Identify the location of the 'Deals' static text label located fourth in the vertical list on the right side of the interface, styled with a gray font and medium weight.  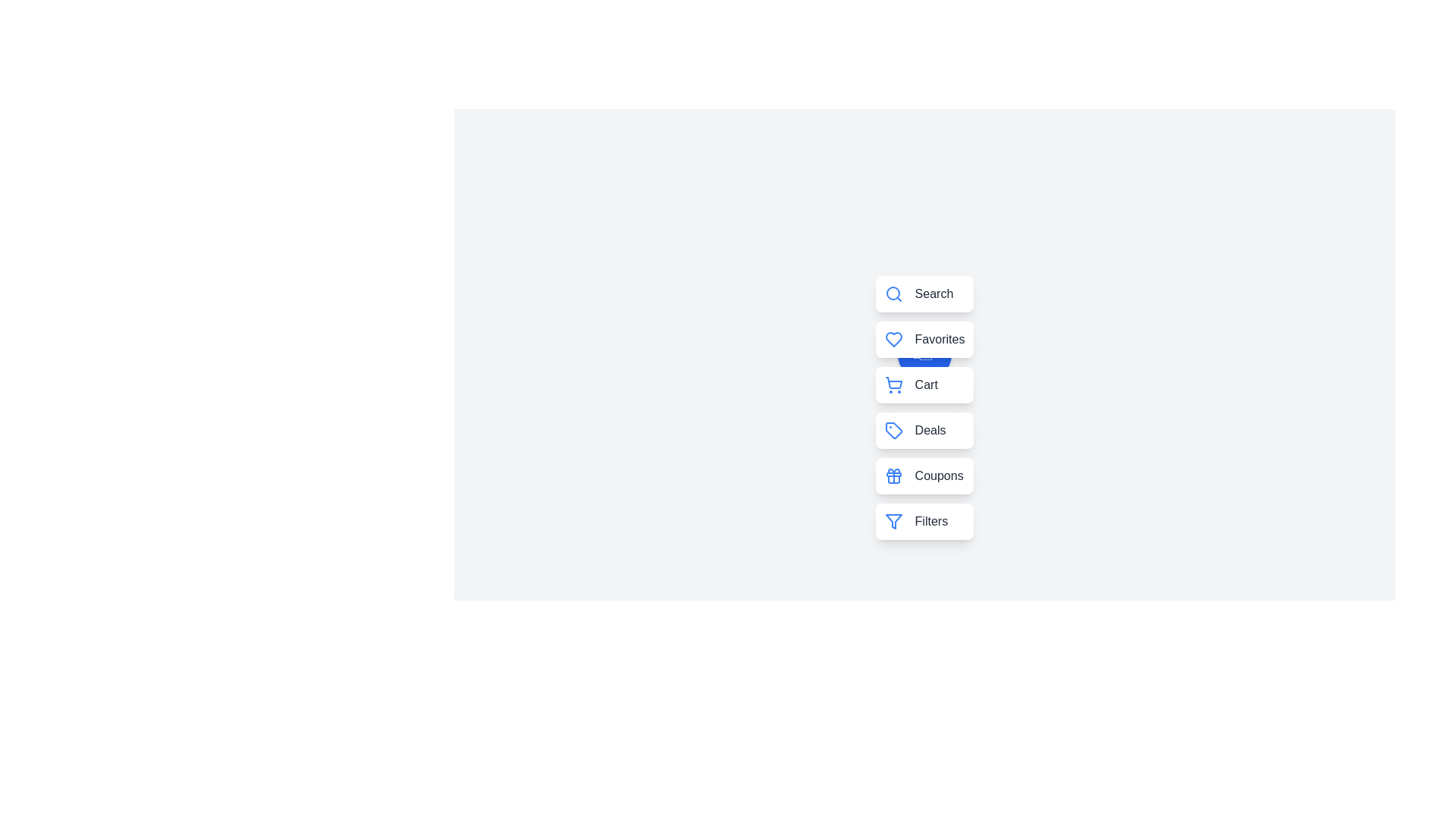
(930, 430).